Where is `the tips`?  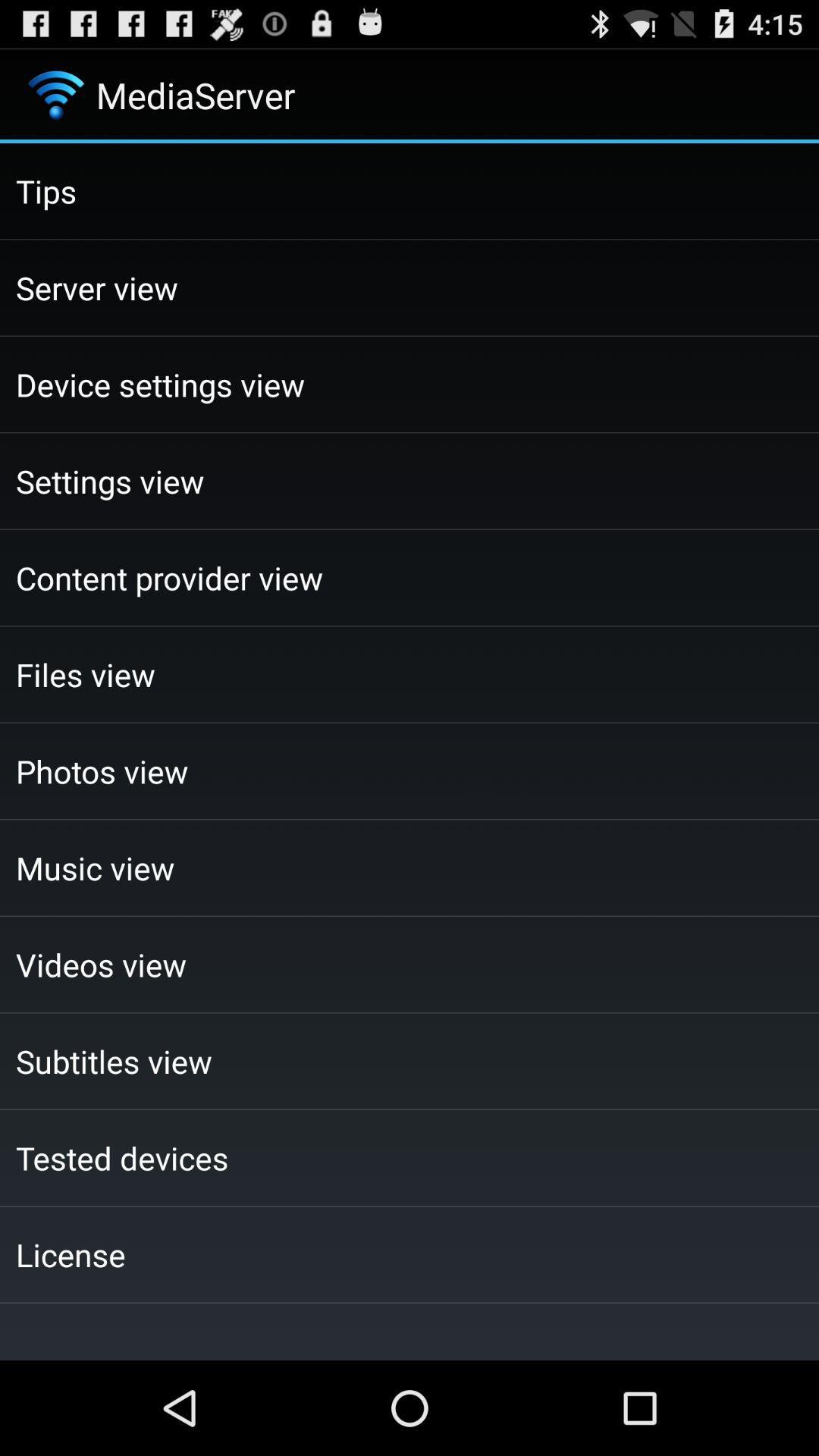 the tips is located at coordinates (409, 190).